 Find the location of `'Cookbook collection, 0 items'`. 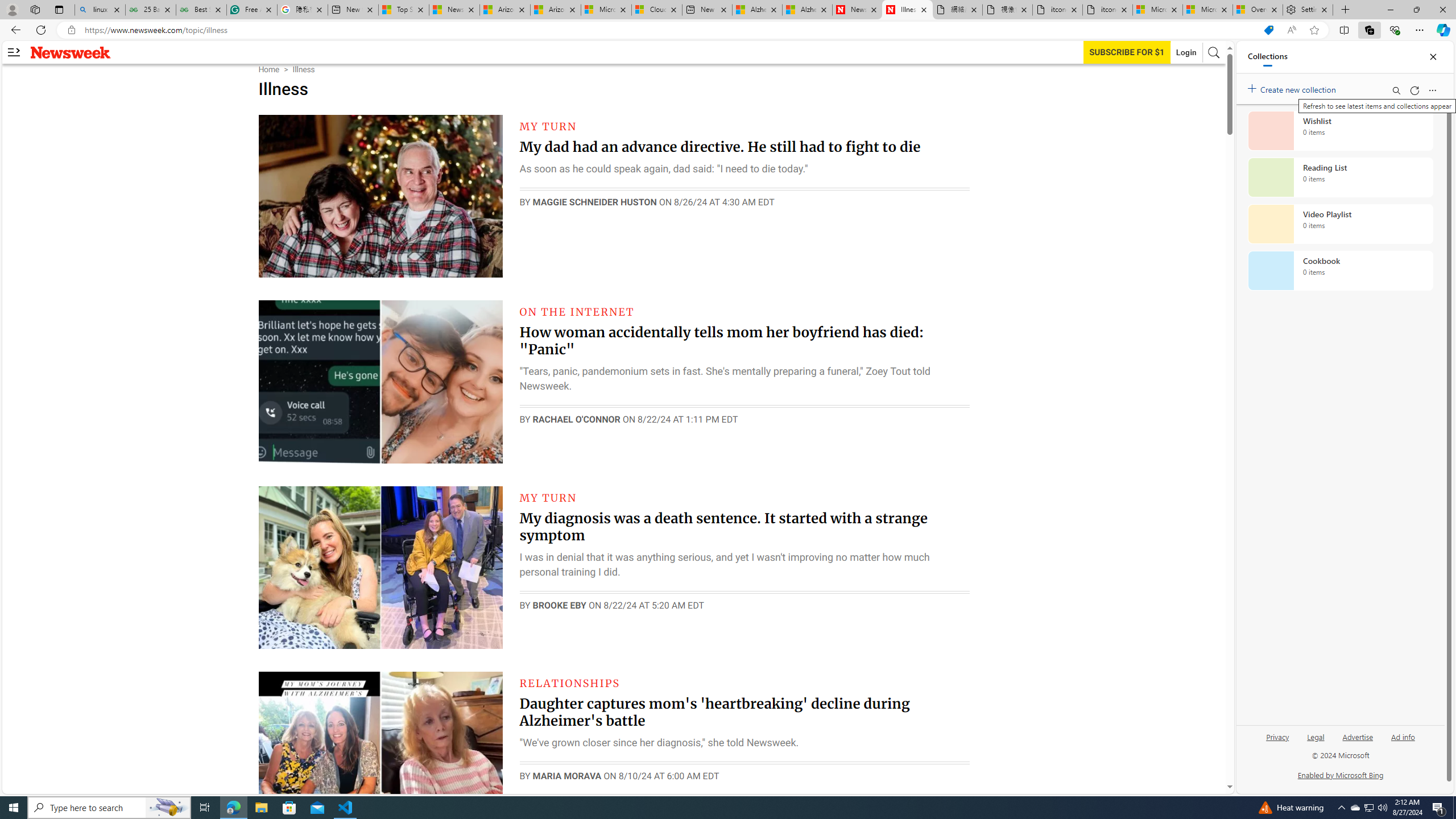

'Cookbook collection, 0 items' is located at coordinates (1340, 270).